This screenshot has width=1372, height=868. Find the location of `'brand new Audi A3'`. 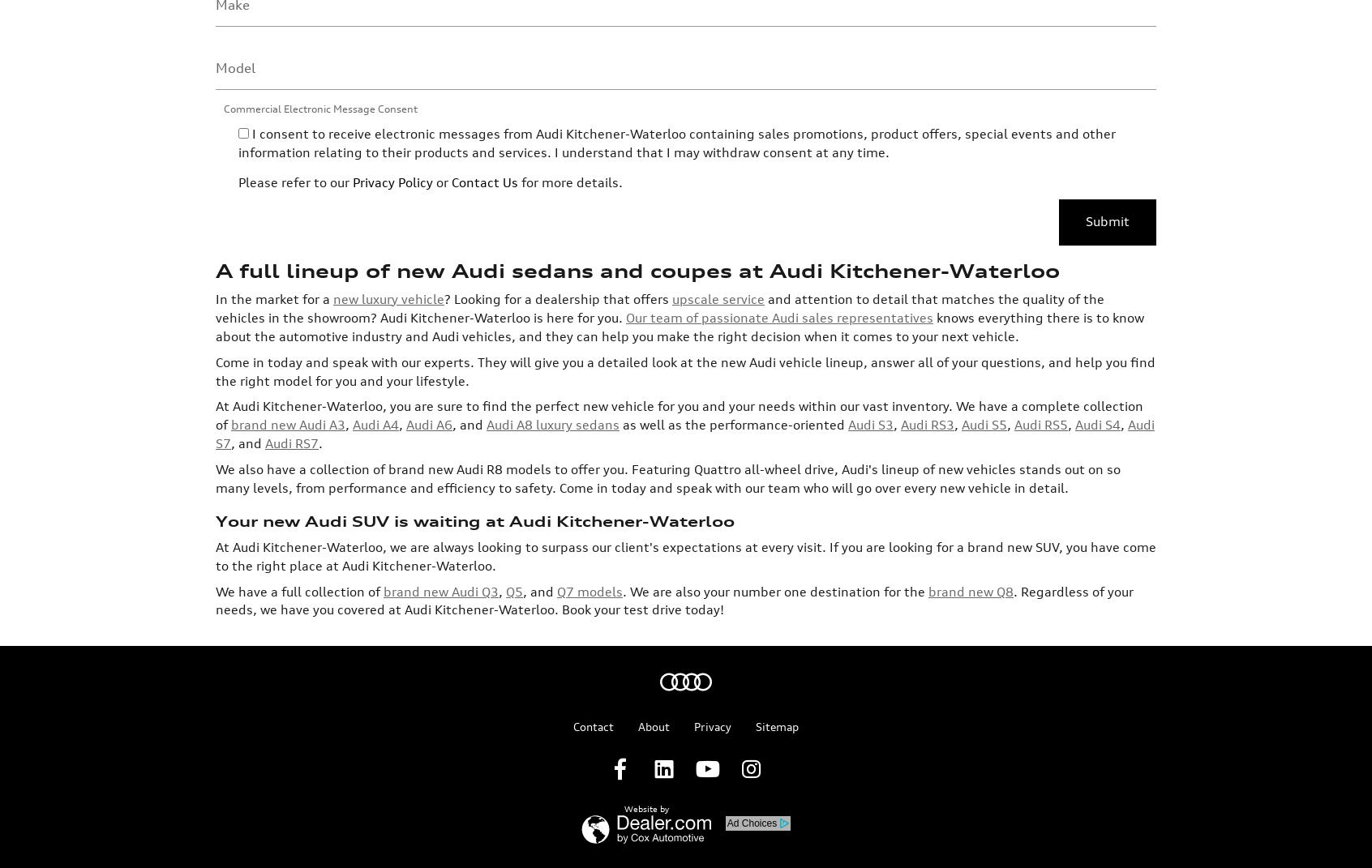

'brand new Audi A3' is located at coordinates (288, 293).